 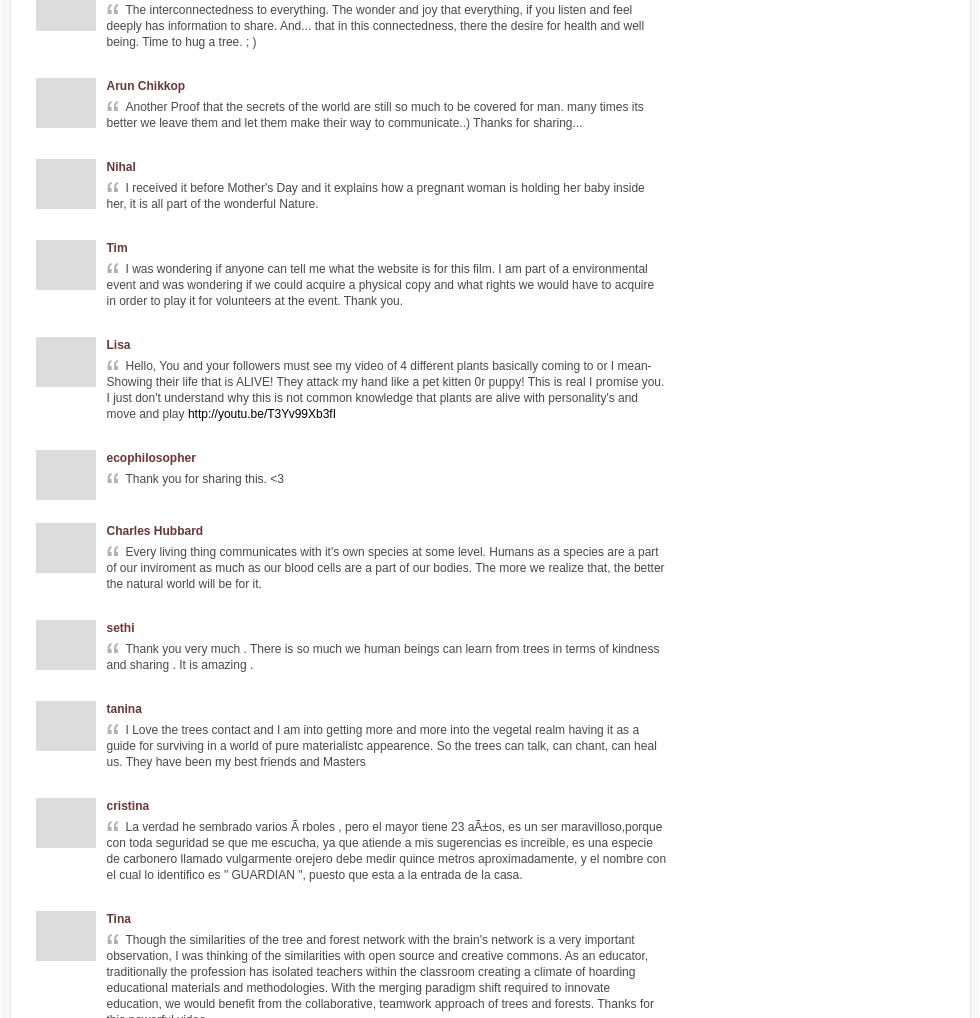 What do you see at coordinates (381, 744) in the screenshot?
I see `'I Love the trees contact and I am into getting more and more into the vegetal realm having it as a guide for surviving in a world of pure materialistc appearence. So the trees can talk, can chant, can heal us. They have been my best friends and Masters'` at bounding box center [381, 744].